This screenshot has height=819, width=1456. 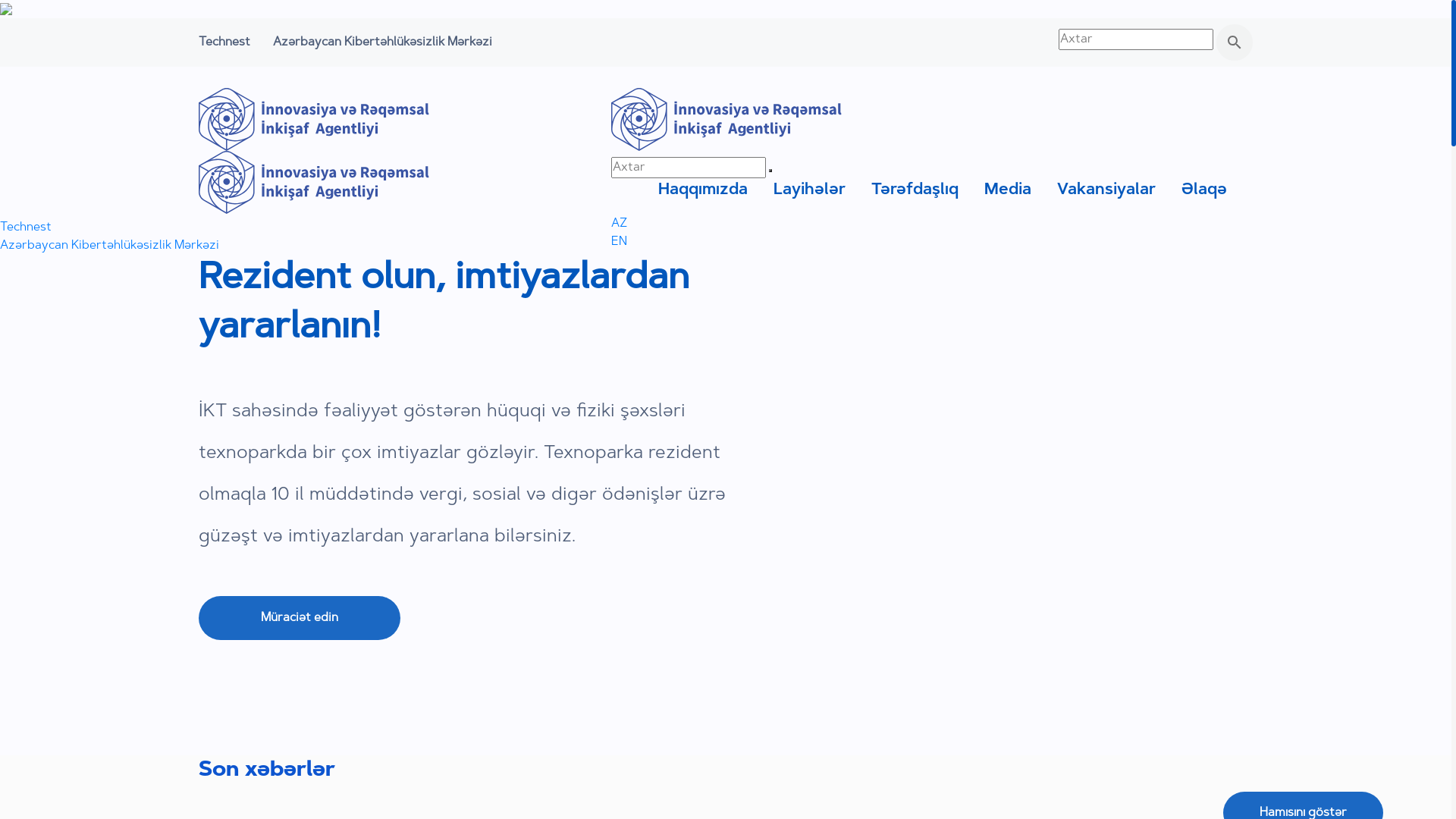 What do you see at coordinates (619, 241) in the screenshot?
I see `'EN'` at bounding box center [619, 241].